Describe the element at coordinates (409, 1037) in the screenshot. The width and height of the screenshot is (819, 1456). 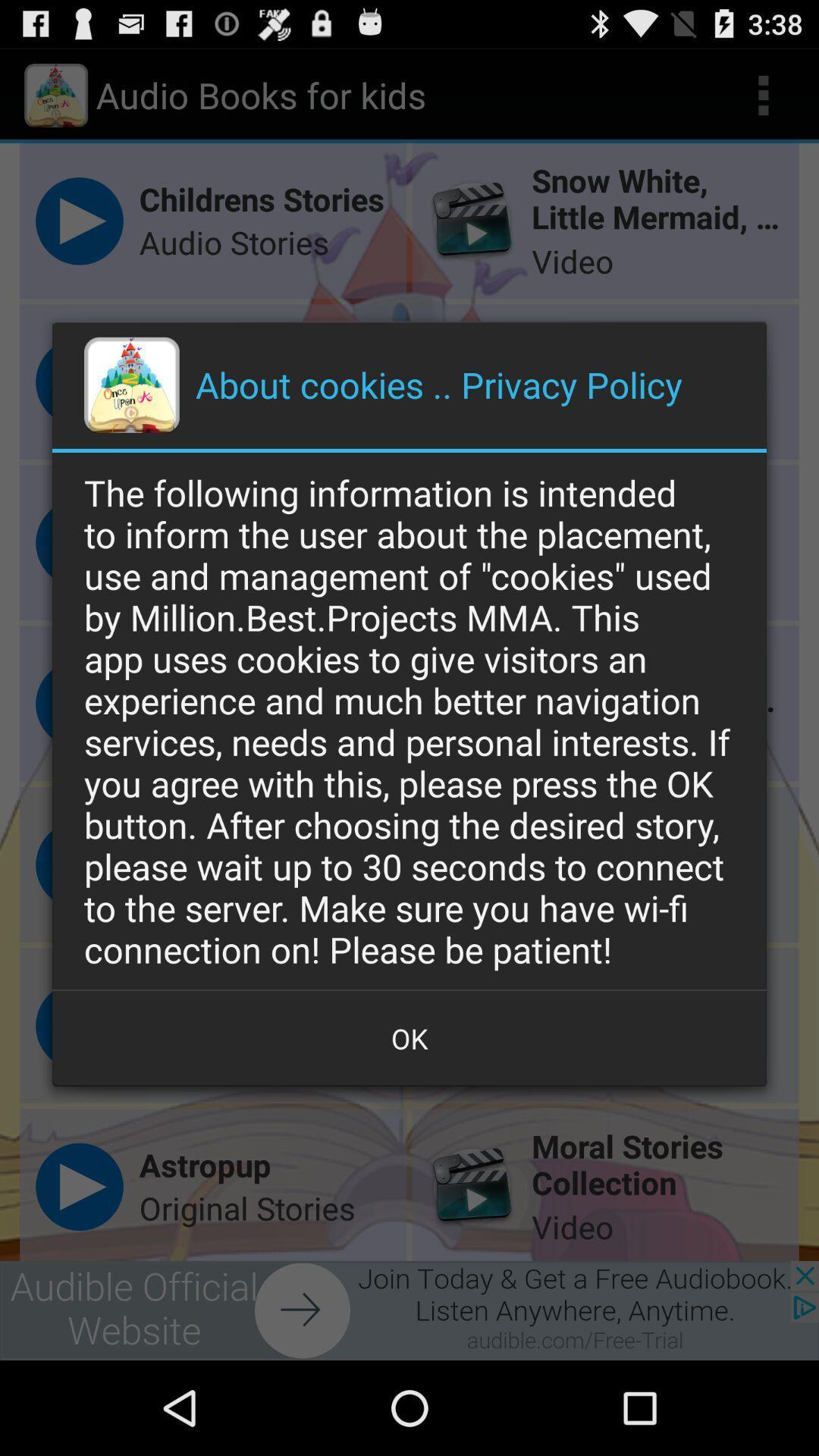
I see `icon below the following information icon` at that location.